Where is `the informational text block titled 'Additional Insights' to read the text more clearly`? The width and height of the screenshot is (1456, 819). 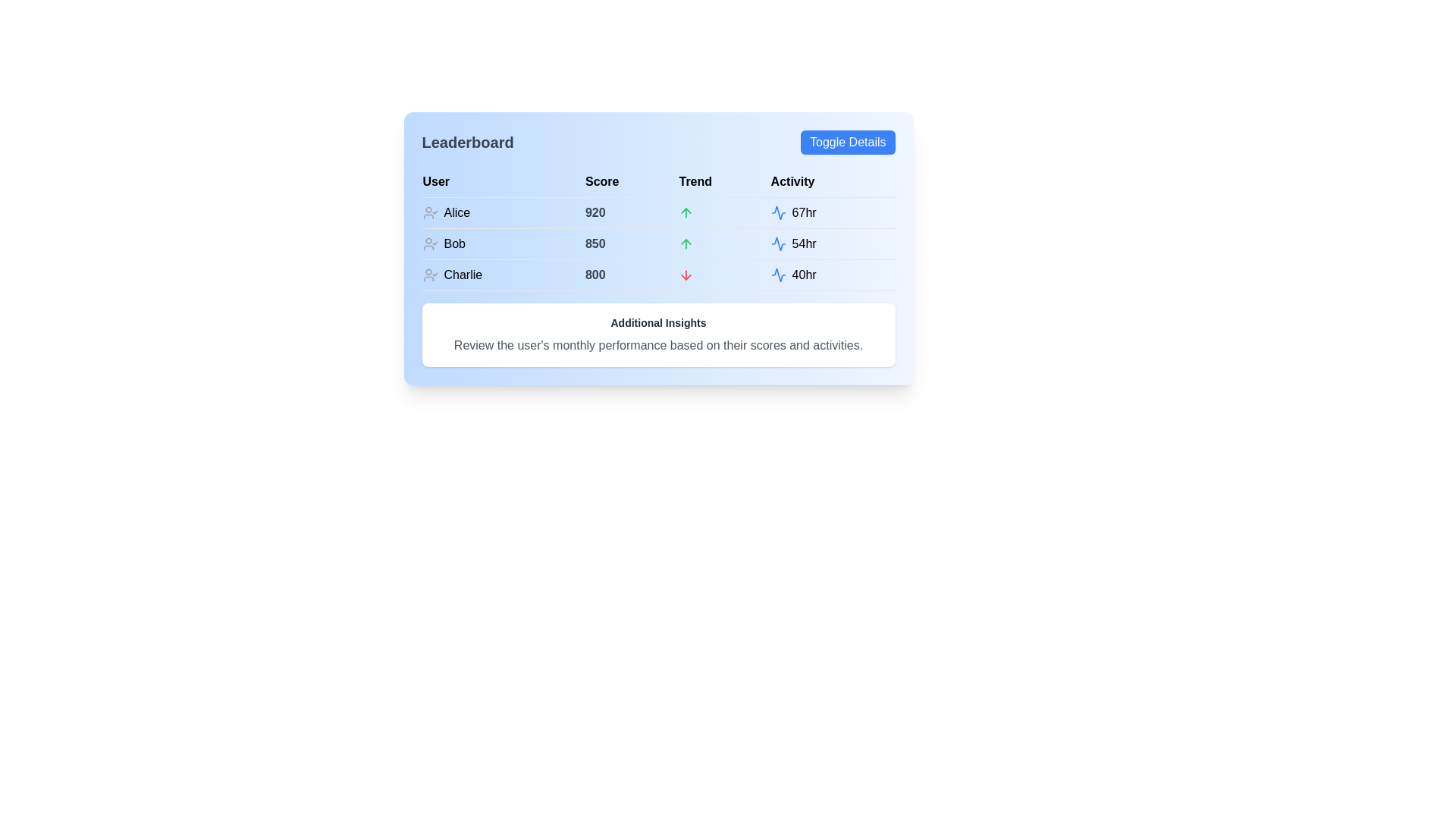
the informational text block titled 'Additional Insights' to read the text more clearly is located at coordinates (658, 334).